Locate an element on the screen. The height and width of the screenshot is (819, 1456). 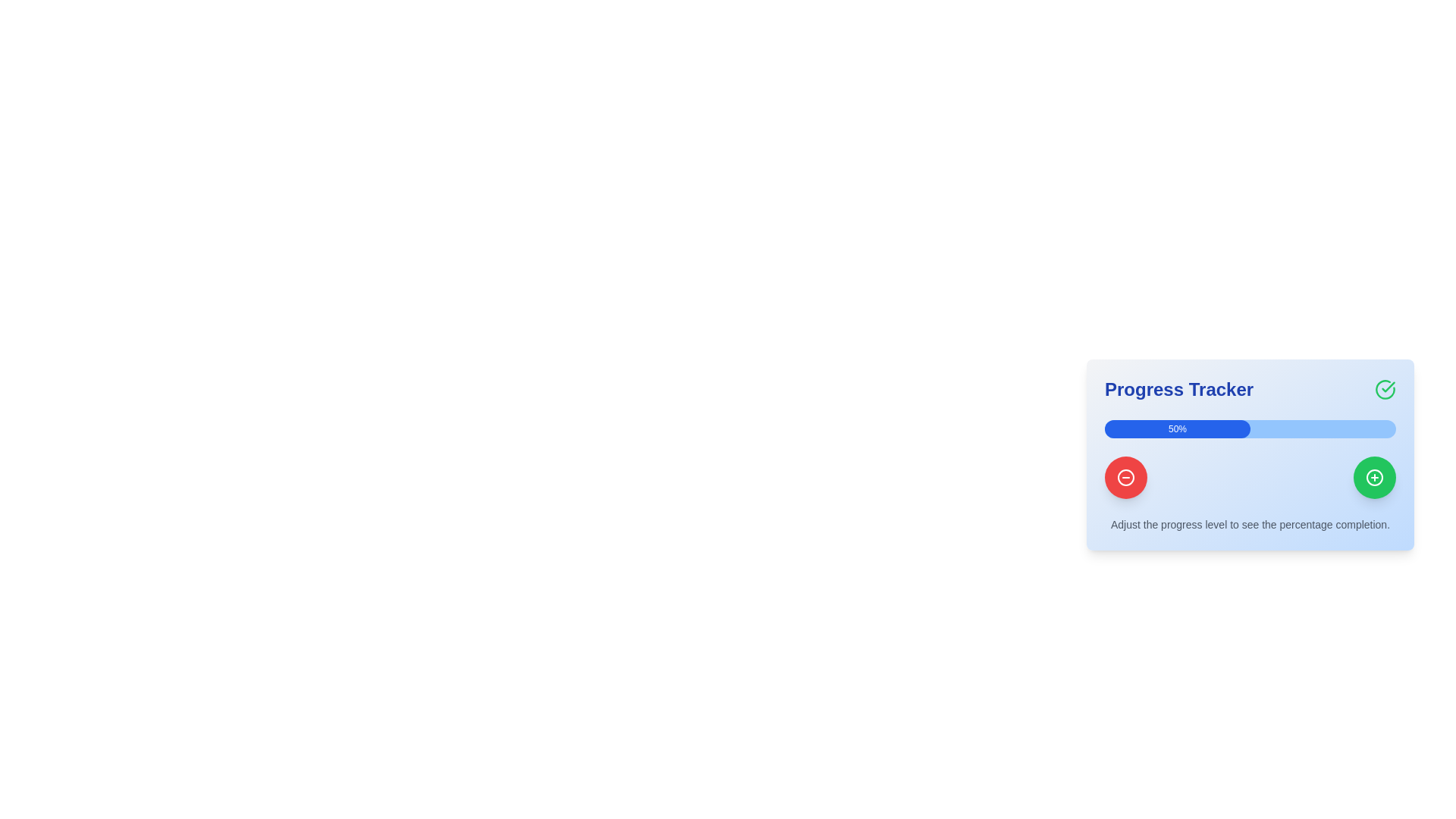
small circular arc element that is part of the checkmark design in the top-right corner of the 'Progress Tracker' card is located at coordinates (1385, 388).